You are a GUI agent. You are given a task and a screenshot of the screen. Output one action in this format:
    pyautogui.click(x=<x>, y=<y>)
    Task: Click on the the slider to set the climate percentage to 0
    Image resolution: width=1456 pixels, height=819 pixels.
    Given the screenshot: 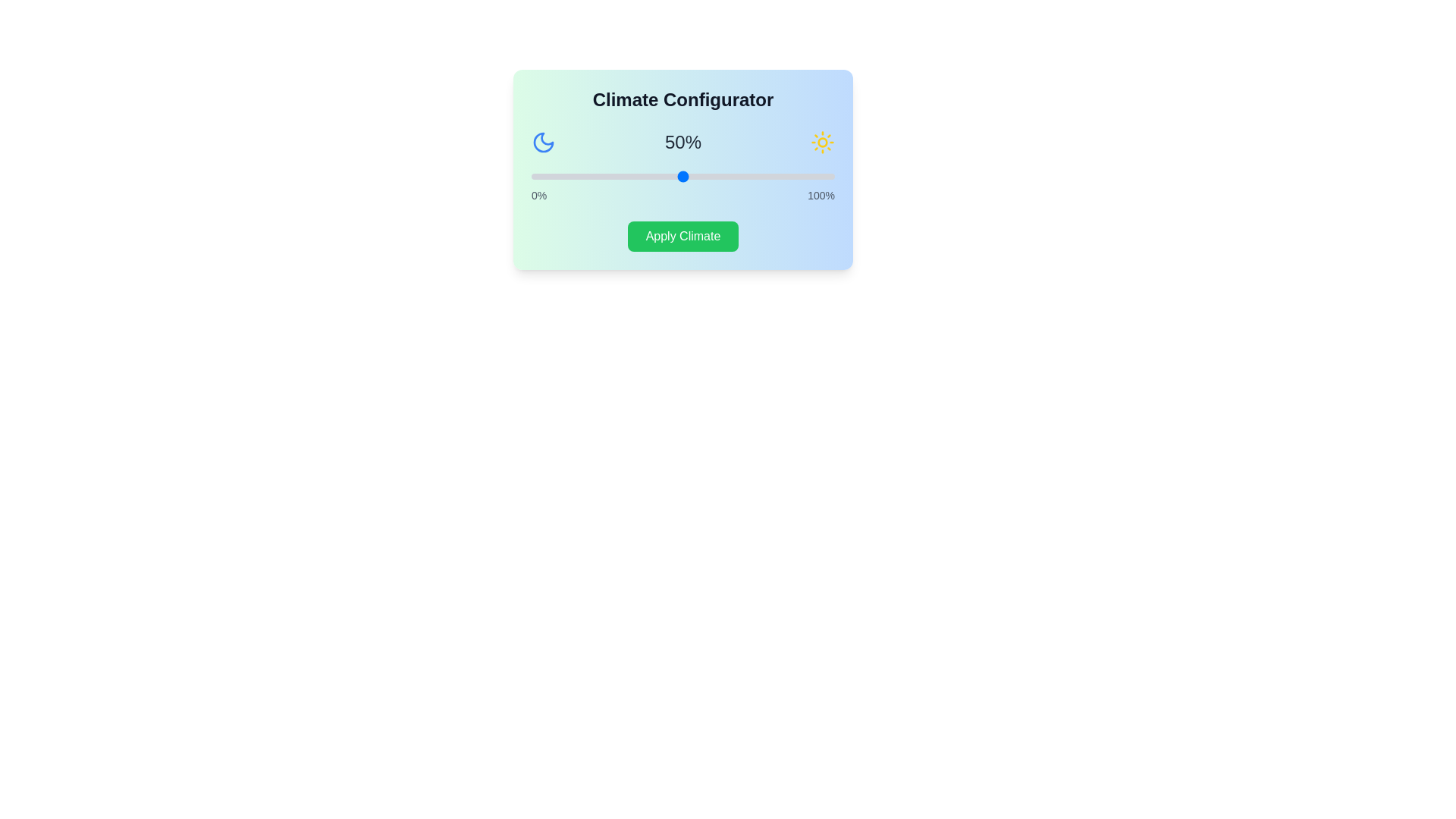 What is the action you would take?
    pyautogui.click(x=531, y=175)
    